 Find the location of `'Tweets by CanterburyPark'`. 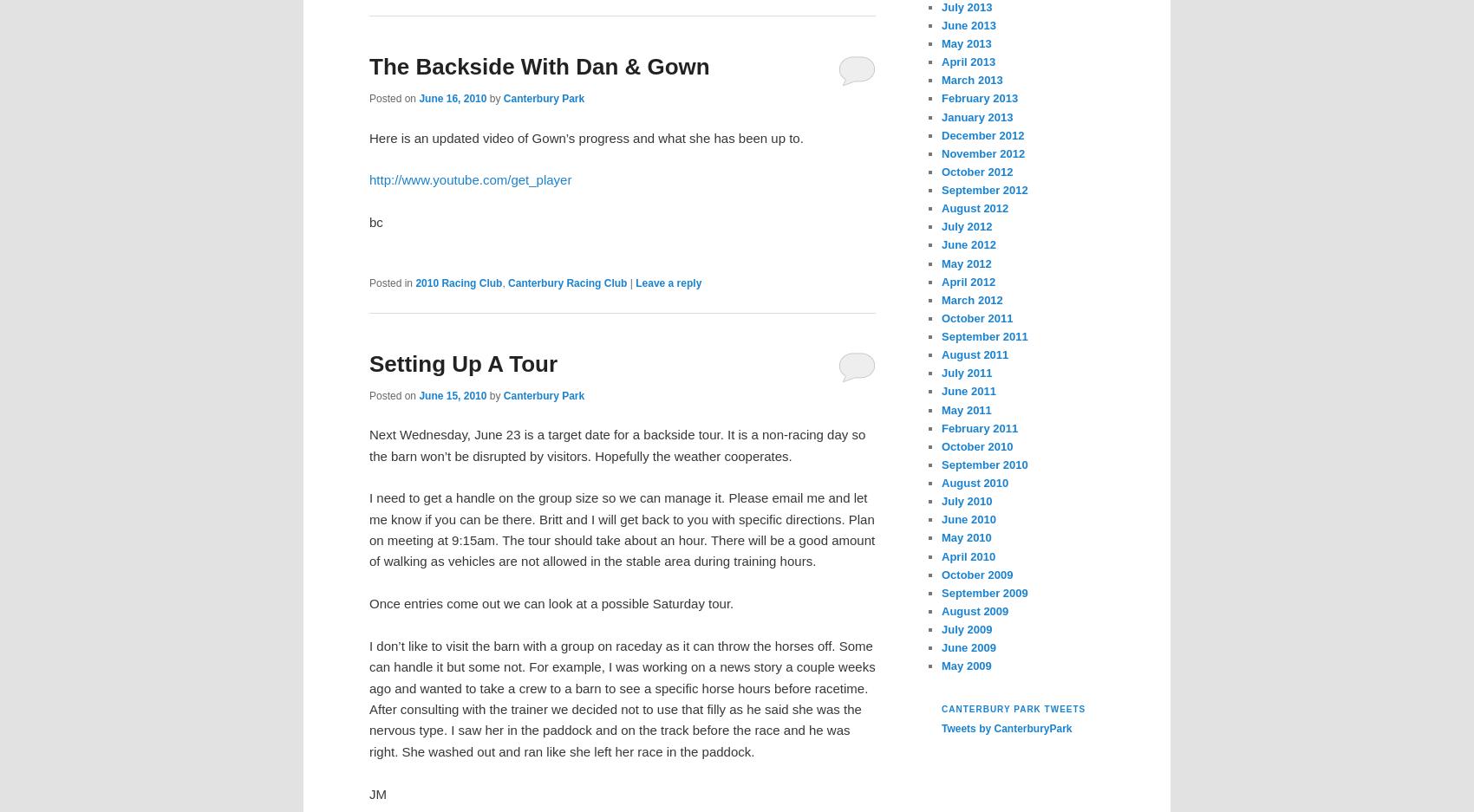

'Tweets by CanterburyPark' is located at coordinates (941, 728).